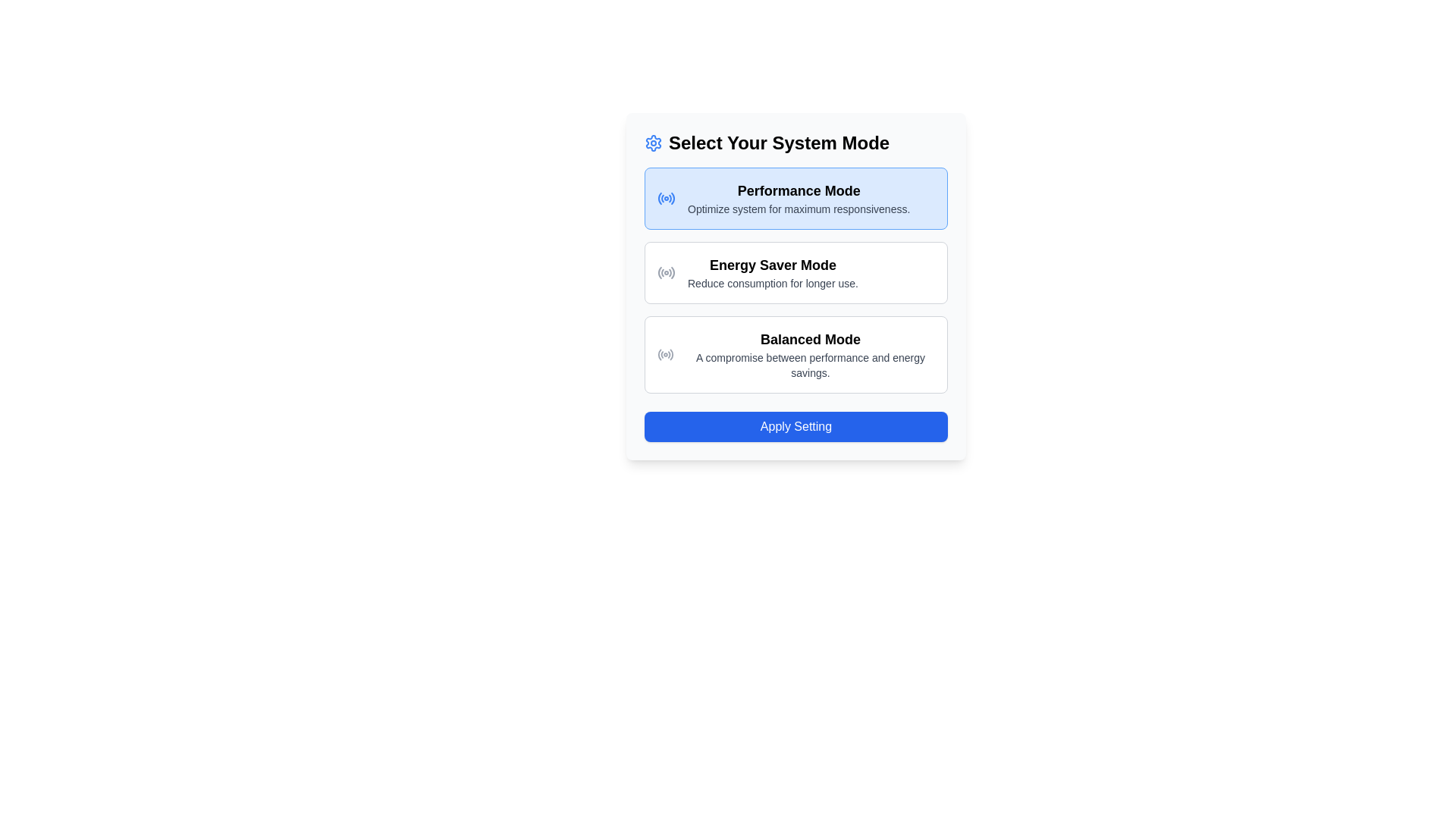 The image size is (1456, 819). What do you see at coordinates (773, 265) in the screenshot?
I see `the bold text label reading 'Energy Saver Mode', which is styled prominently within the second option of the three selectable system modes, located between 'Performance Mode' above and 'Balanced Mode' below` at bounding box center [773, 265].